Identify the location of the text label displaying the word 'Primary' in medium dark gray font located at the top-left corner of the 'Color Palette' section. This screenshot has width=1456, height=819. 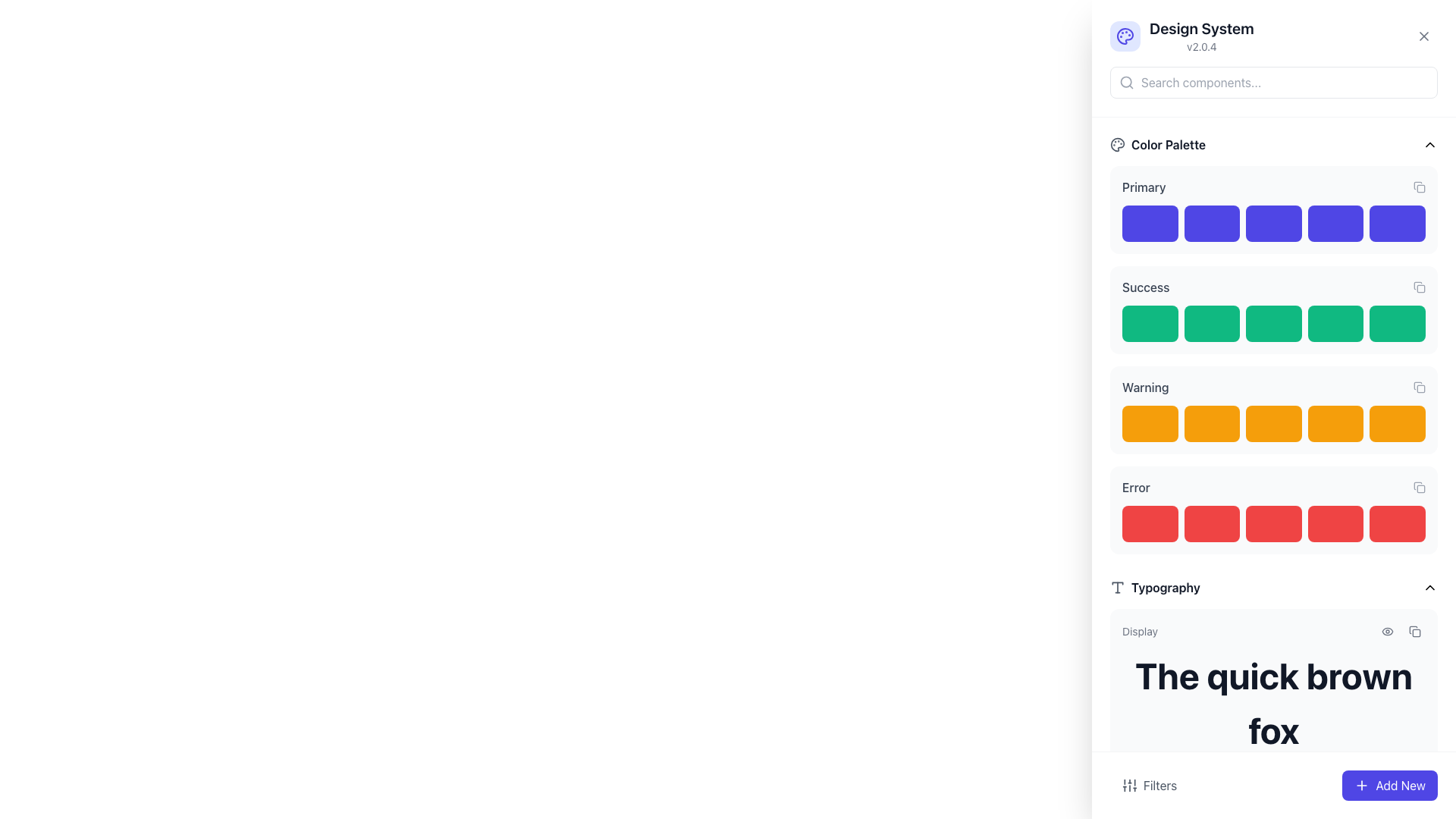
(1144, 186).